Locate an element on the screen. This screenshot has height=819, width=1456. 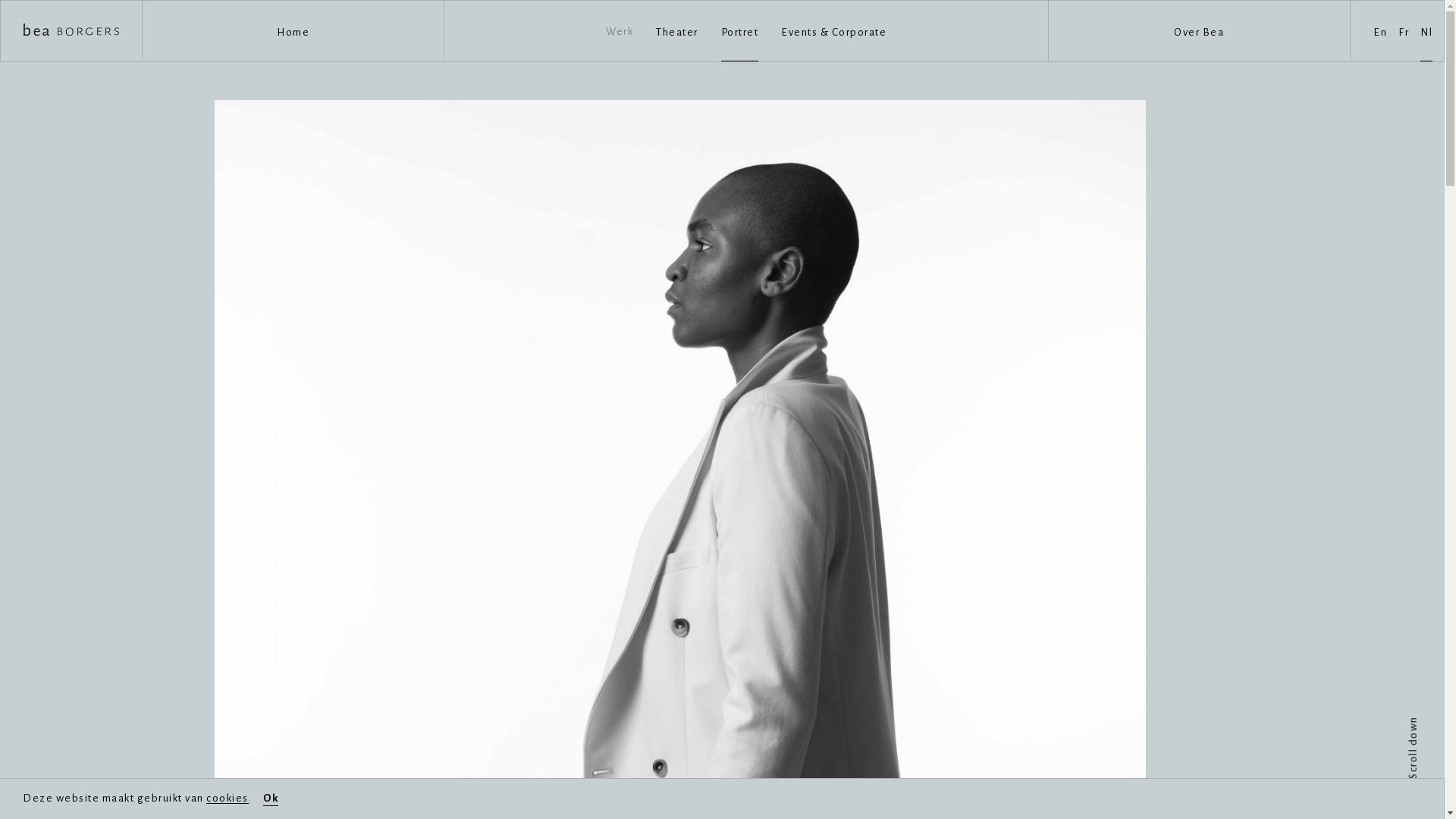
'Theater' is located at coordinates (676, 30).